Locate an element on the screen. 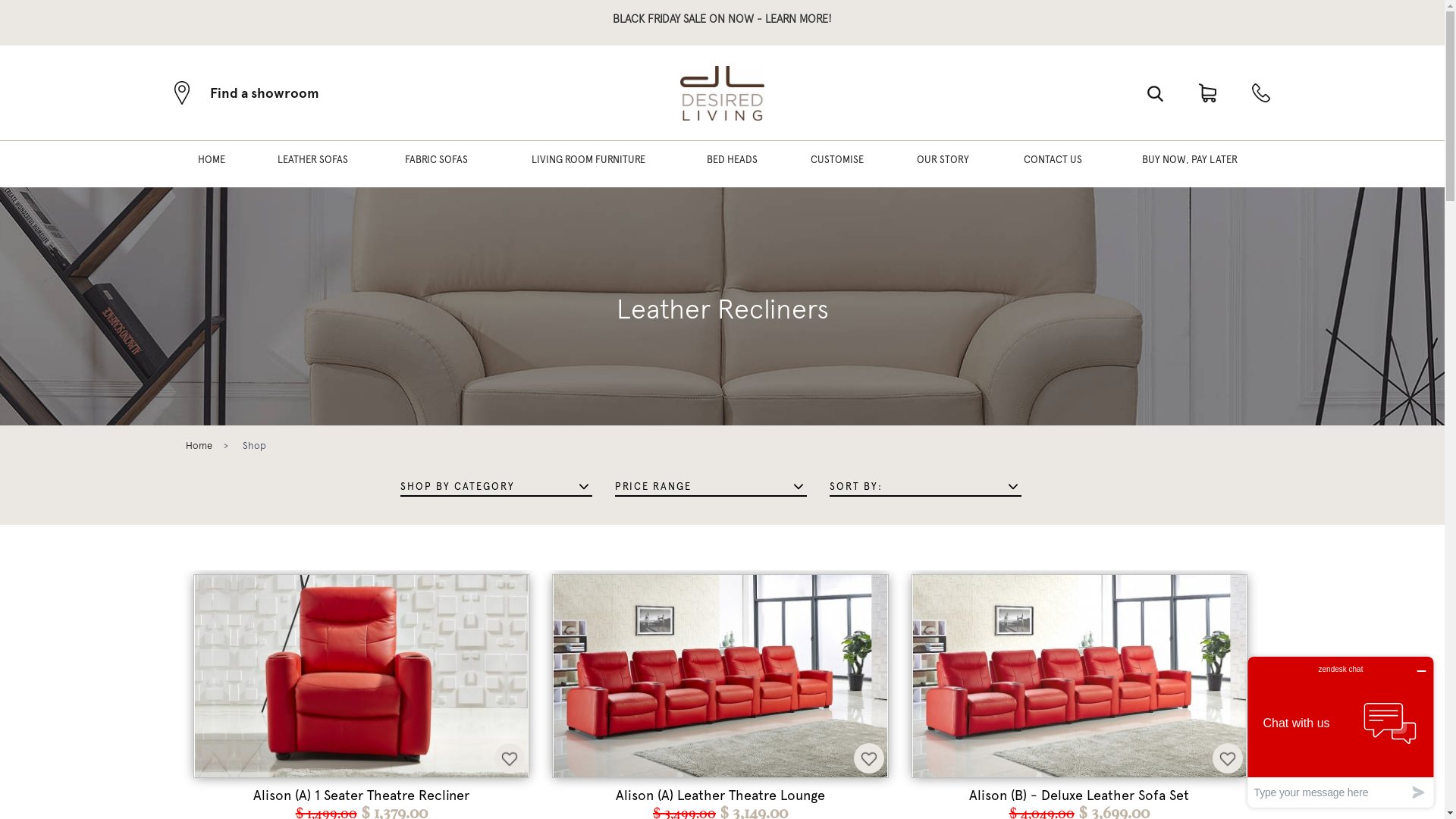  'BED HEADS' is located at coordinates (732, 164).